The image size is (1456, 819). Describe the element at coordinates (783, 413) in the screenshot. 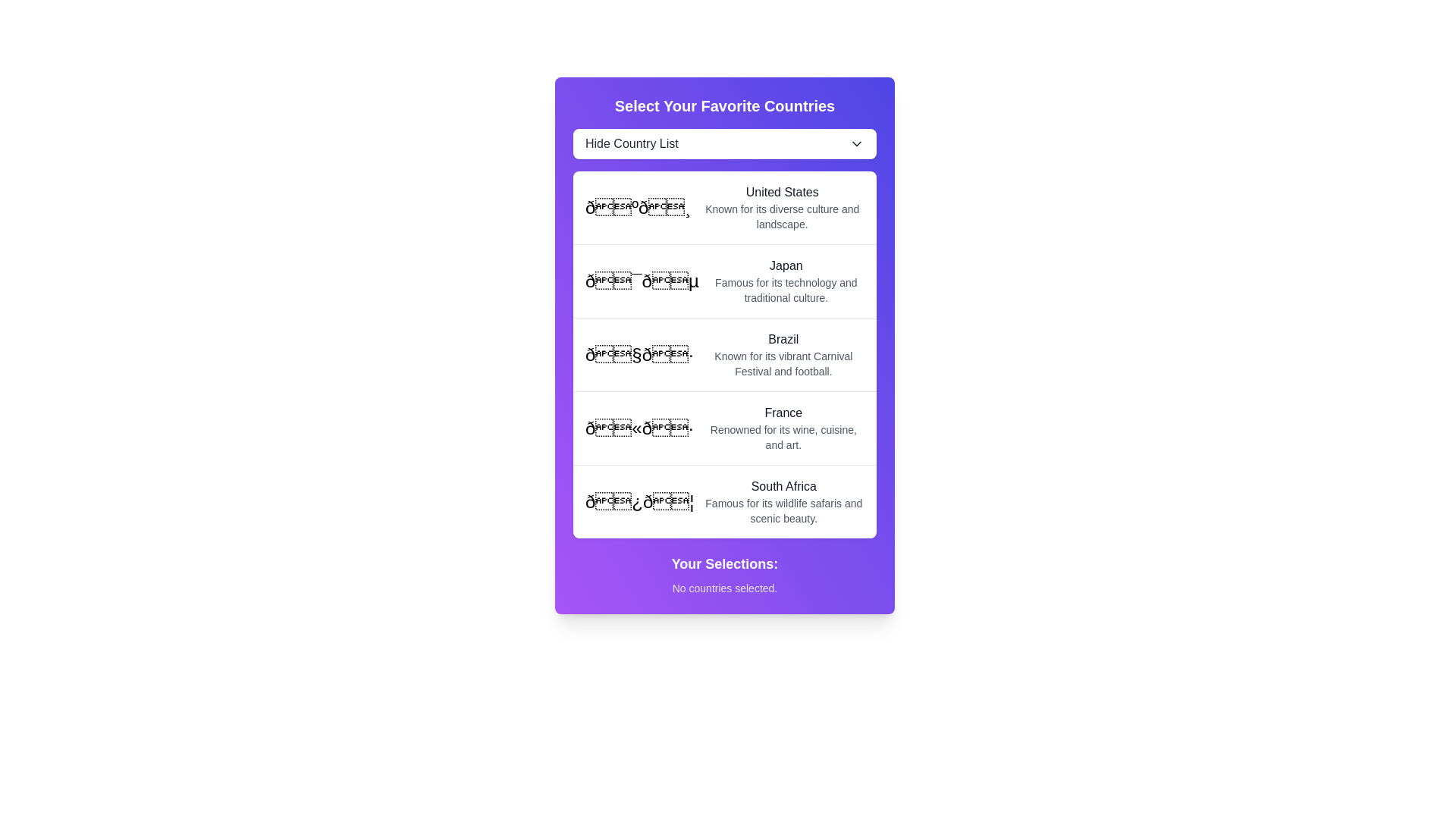

I see `text label displaying 'France', which is the title of the fourth list item in a structured list of countries, located above the description 'Renowned for its wine, cuisine, and art.'` at that location.